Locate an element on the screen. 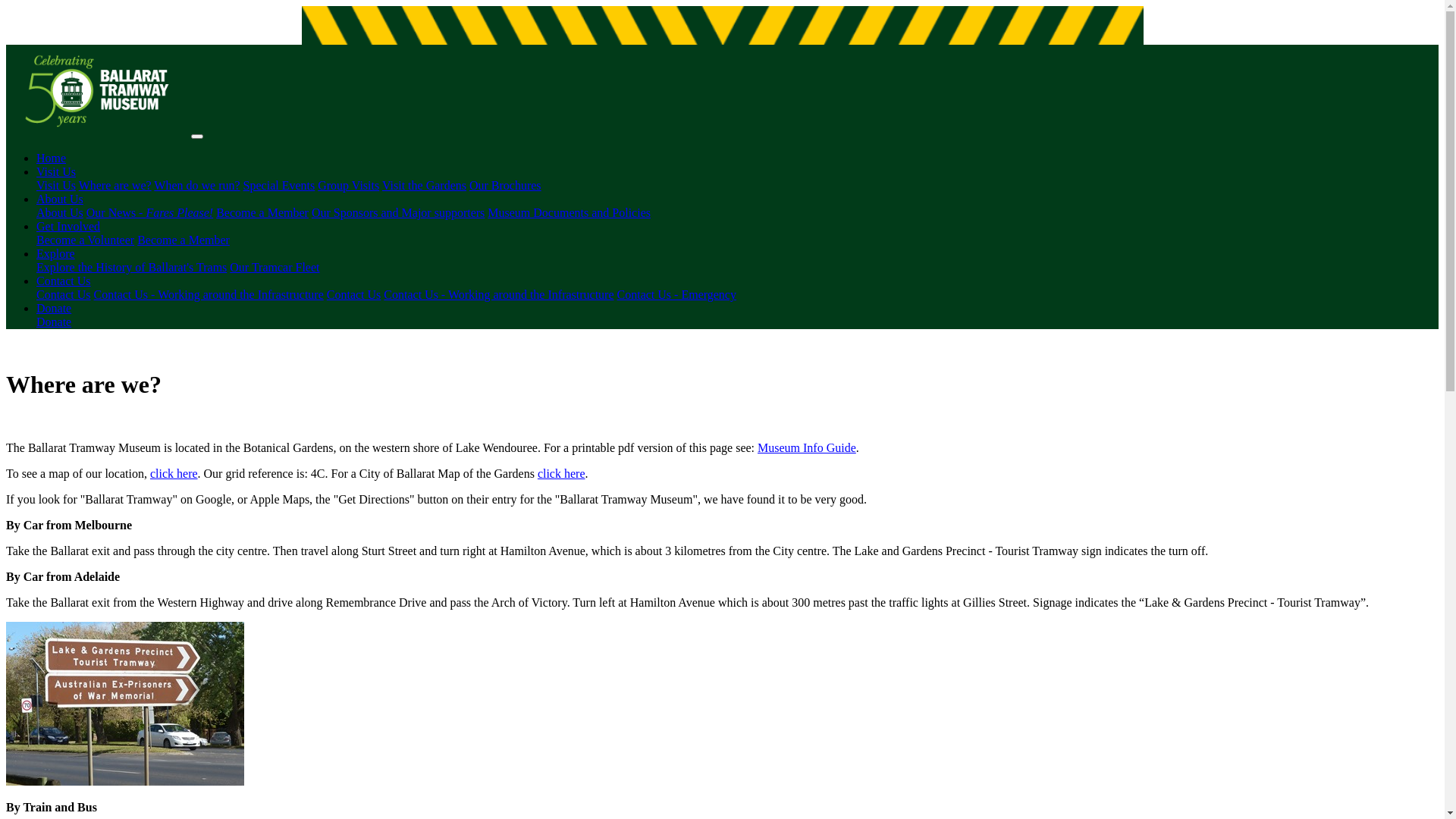  'Special Events' is located at coordinates (279, 184).